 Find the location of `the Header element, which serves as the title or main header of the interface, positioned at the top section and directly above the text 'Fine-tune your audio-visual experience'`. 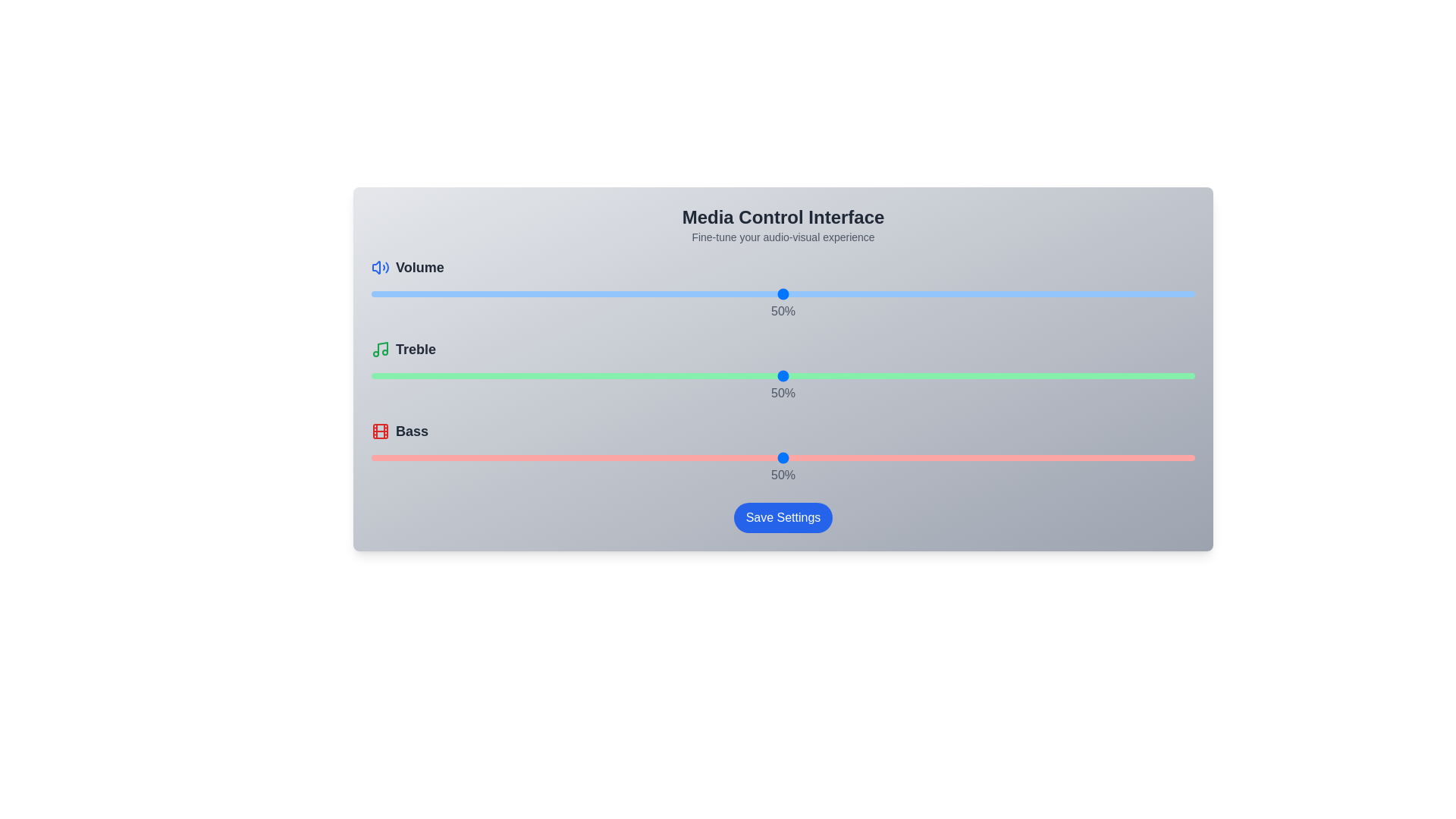

the Header element, which serves as the title or main header of the interface, positioned at the top section and directly above the text 'Fine-tune your audio-visual experience' is located at coordinates (783, 217).